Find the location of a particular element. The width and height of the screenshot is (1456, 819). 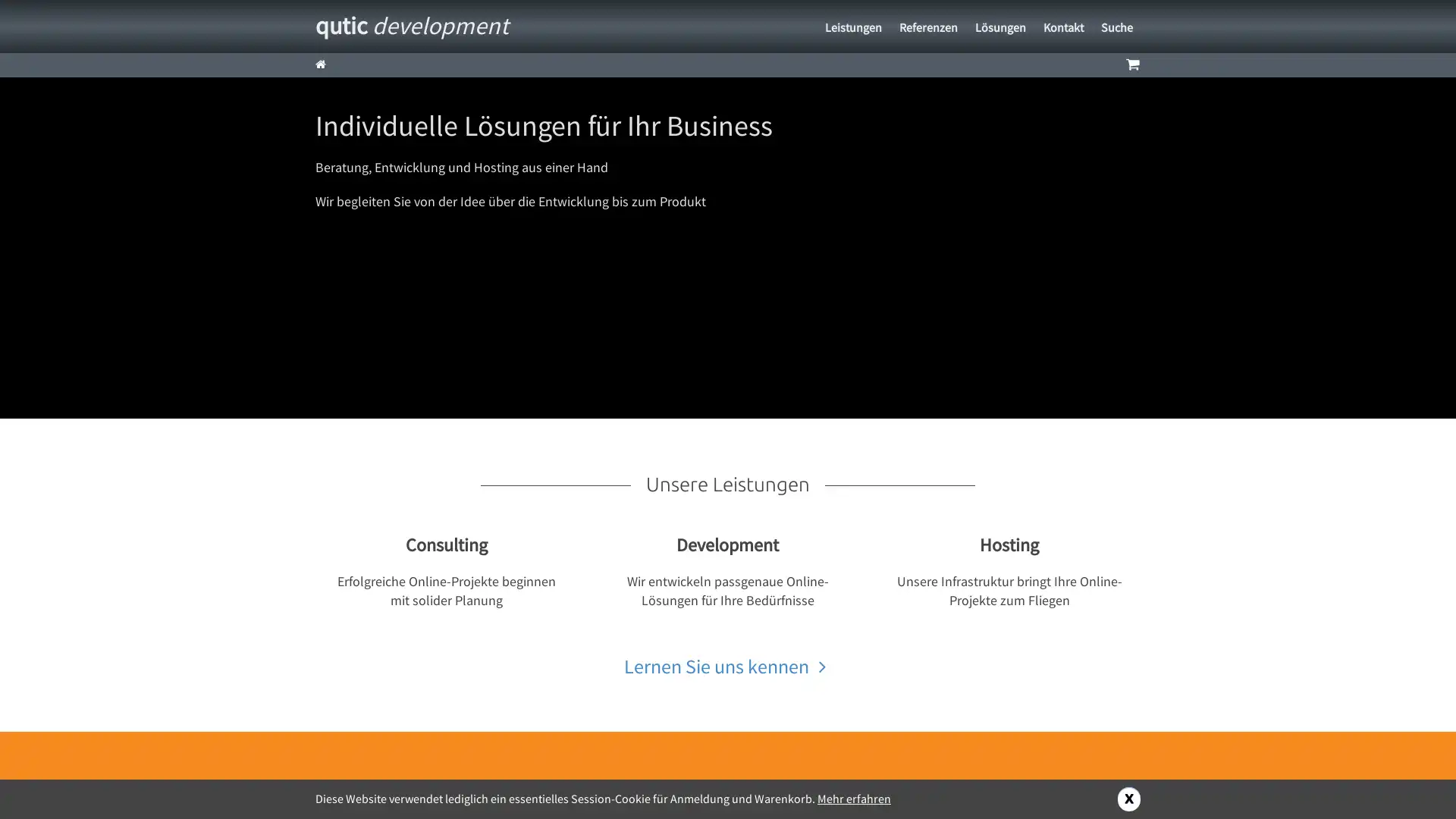

Hinweis ausblenden is located at coordinates (1128, 798).